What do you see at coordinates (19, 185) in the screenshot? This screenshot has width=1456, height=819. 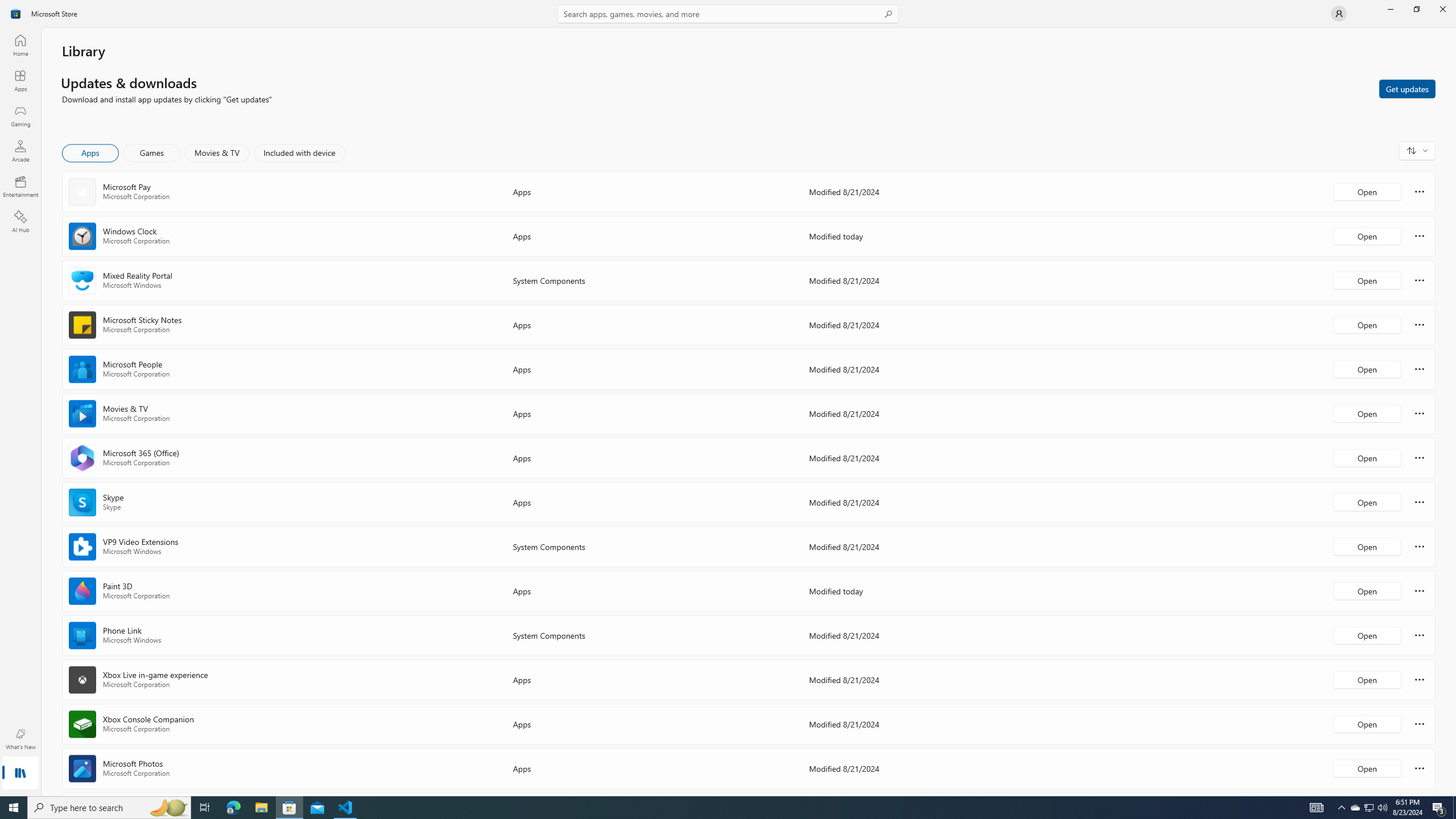 I see `'Entertainment'` at bounding box center [19, 185].